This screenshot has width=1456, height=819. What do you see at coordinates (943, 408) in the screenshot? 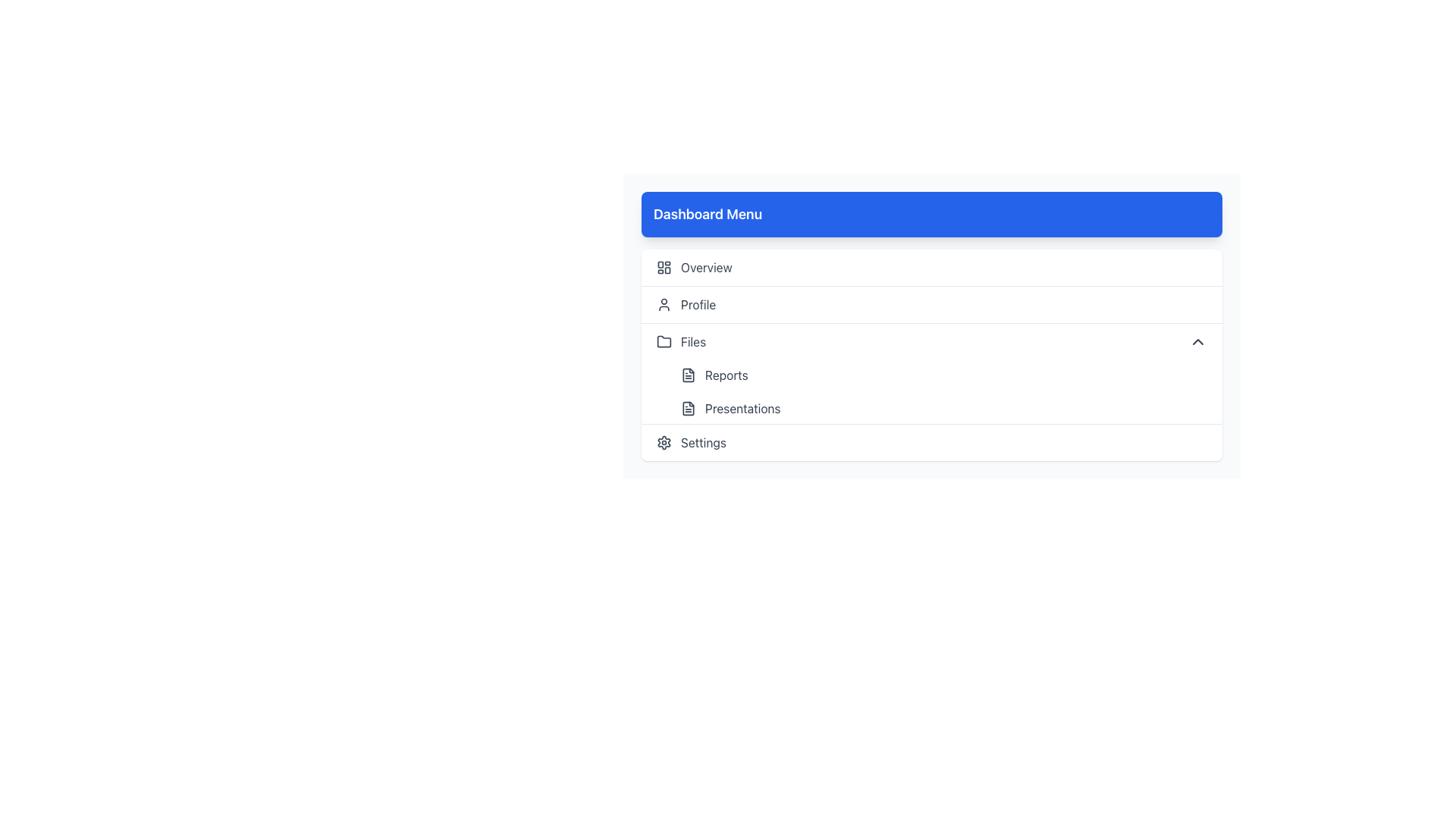
I see `the 'Presentations' menu item in the Files section` at bounding box center [943, 408].